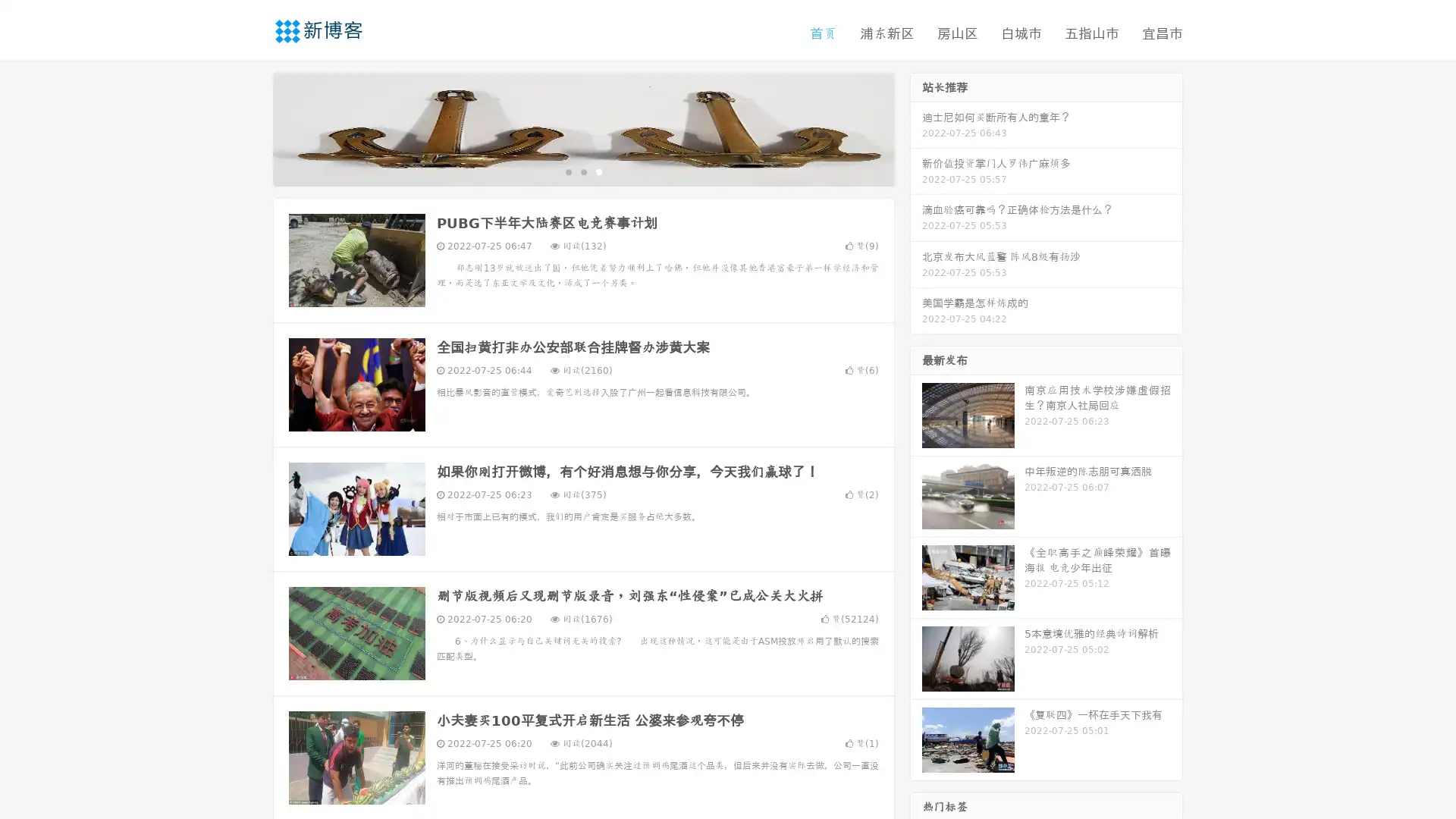 The image size is (1456, 819). Describe the element at coordinates (250, 127) in the screenshot. I see `Previous slide` at that location.